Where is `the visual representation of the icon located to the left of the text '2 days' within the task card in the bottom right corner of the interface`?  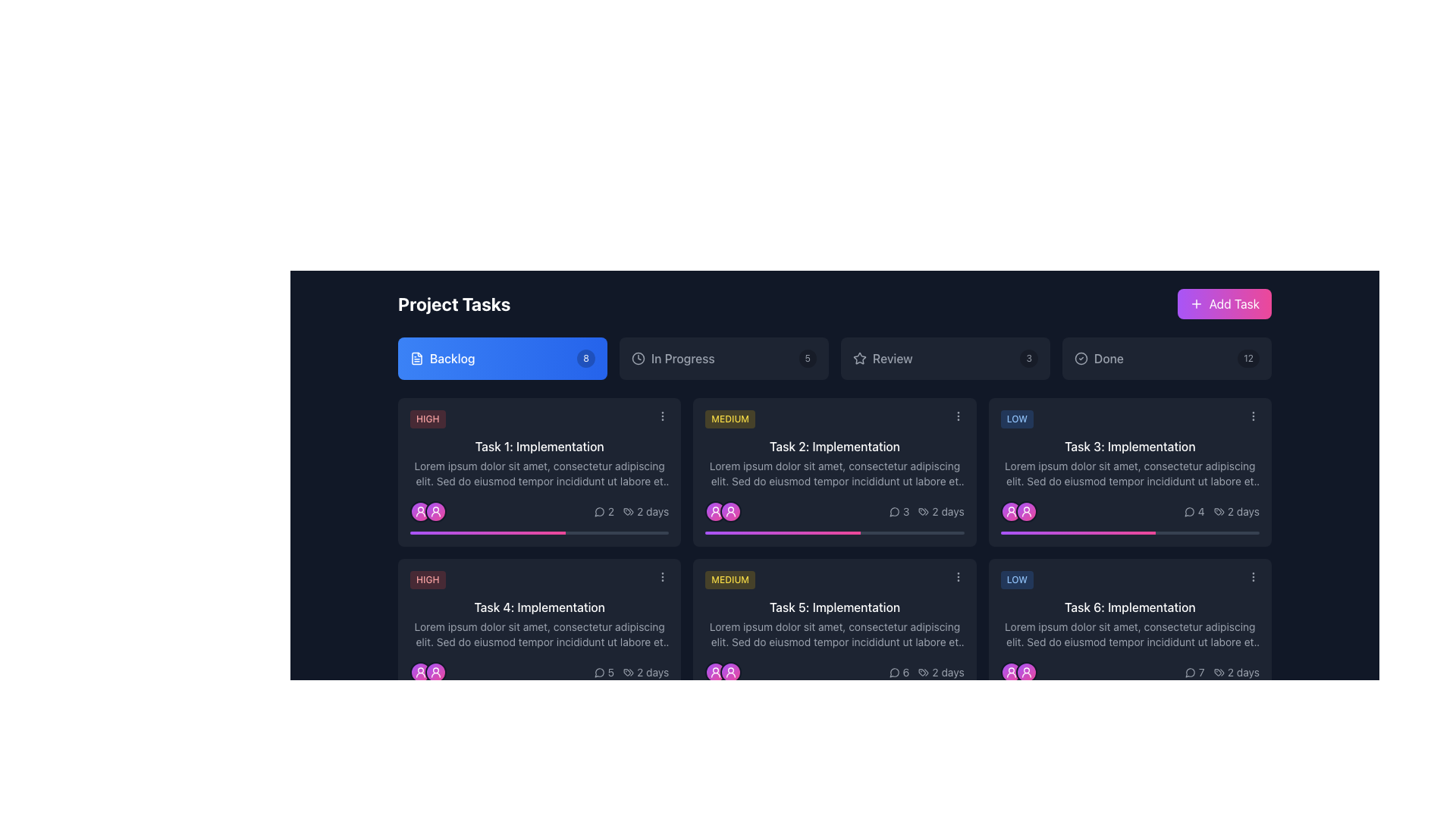
the visual representation of the icon located to the left of the text '2 days' within the task card in the bottom right corner of the interface is located at coordinates (923, 512).